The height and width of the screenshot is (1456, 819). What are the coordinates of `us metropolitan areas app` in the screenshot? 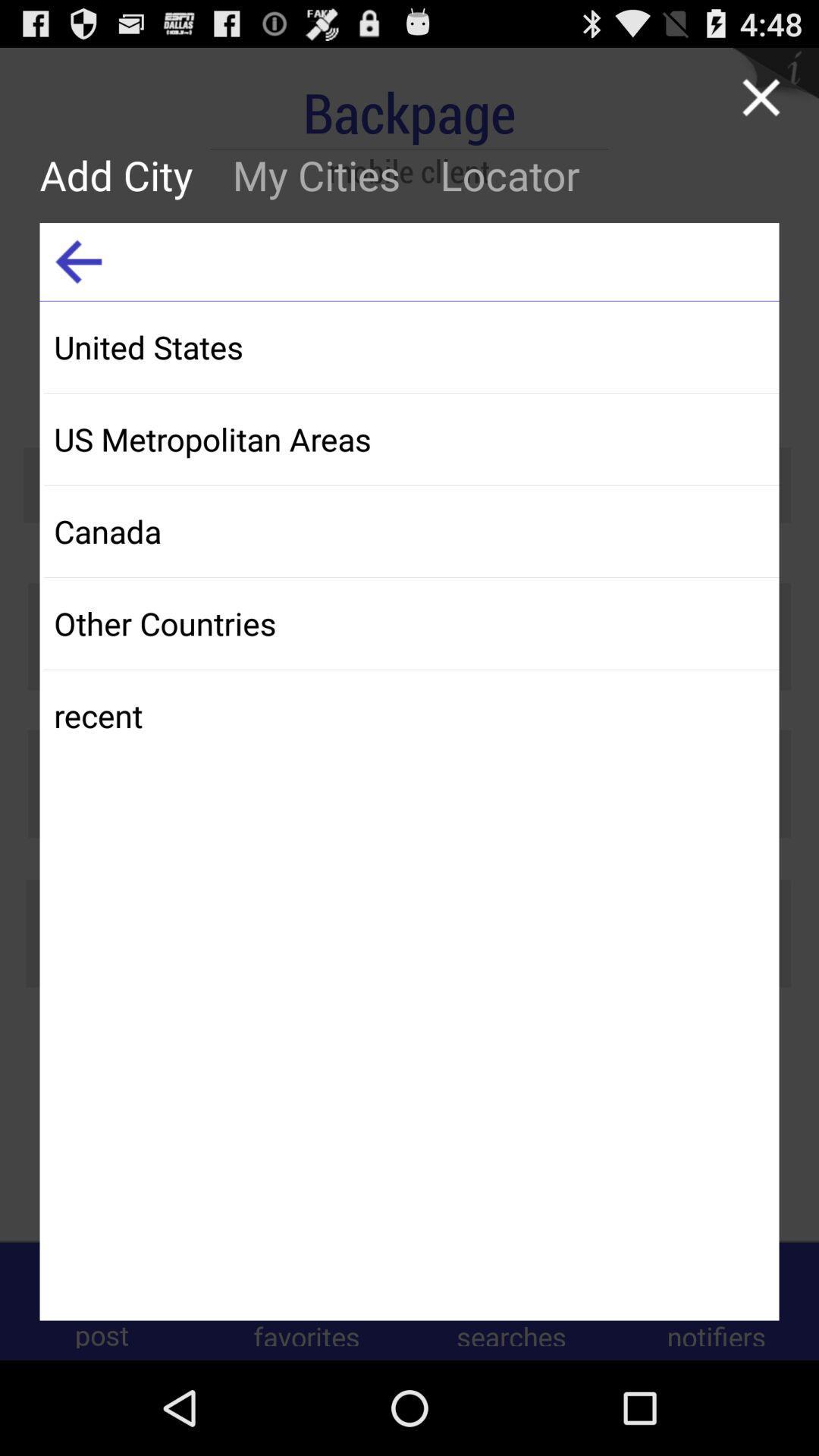 It's located at (411, 438).